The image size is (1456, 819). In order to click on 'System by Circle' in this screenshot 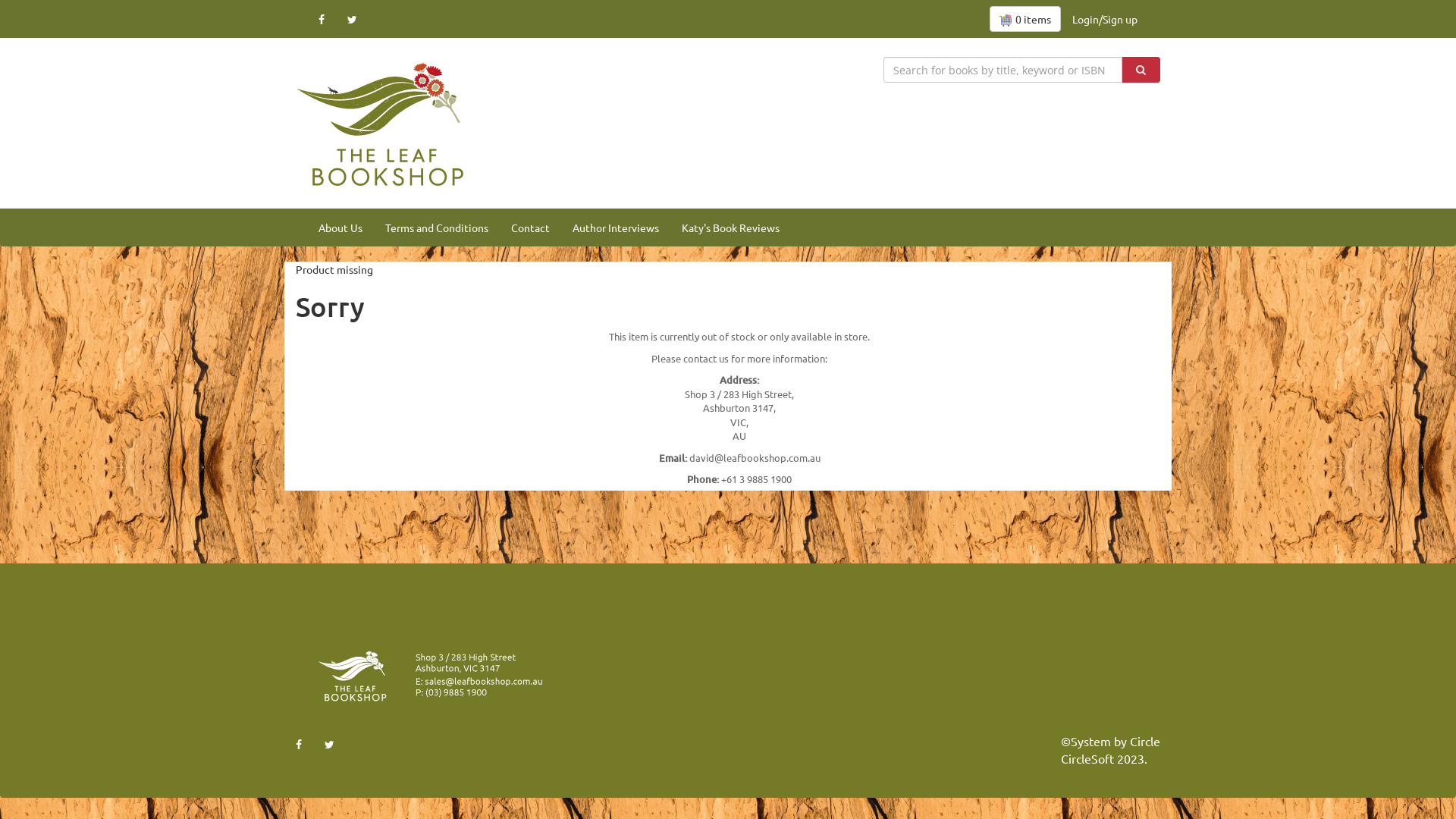, I will do `click(1115, 740)`.